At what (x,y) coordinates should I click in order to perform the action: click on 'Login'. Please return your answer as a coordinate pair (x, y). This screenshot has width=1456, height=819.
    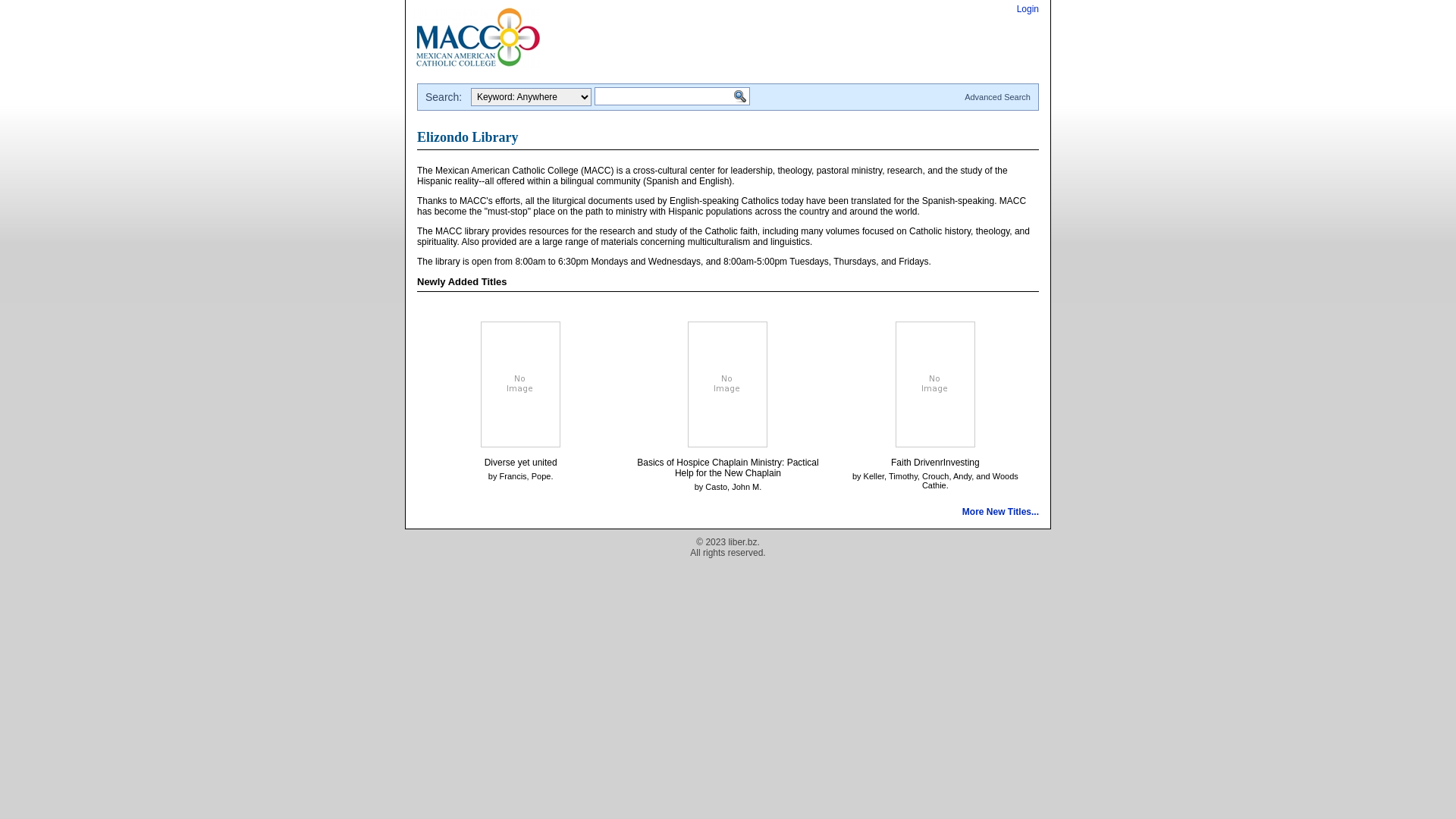
    Looking at the image, I should click on (1028, 8).